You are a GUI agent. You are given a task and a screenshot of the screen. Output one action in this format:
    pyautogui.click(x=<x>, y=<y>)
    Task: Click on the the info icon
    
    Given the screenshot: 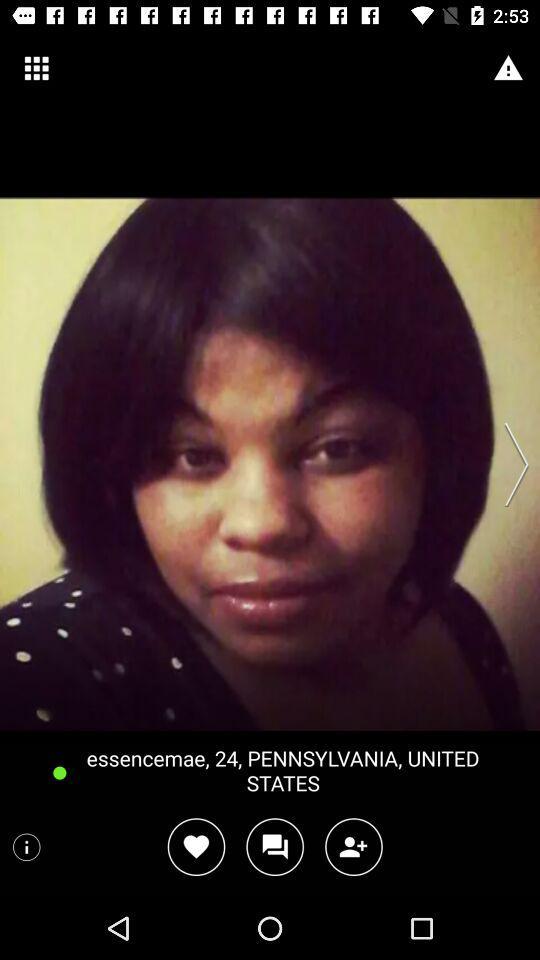 What is the action you would take?
    pyautogui.click(x=25, y=846)
    